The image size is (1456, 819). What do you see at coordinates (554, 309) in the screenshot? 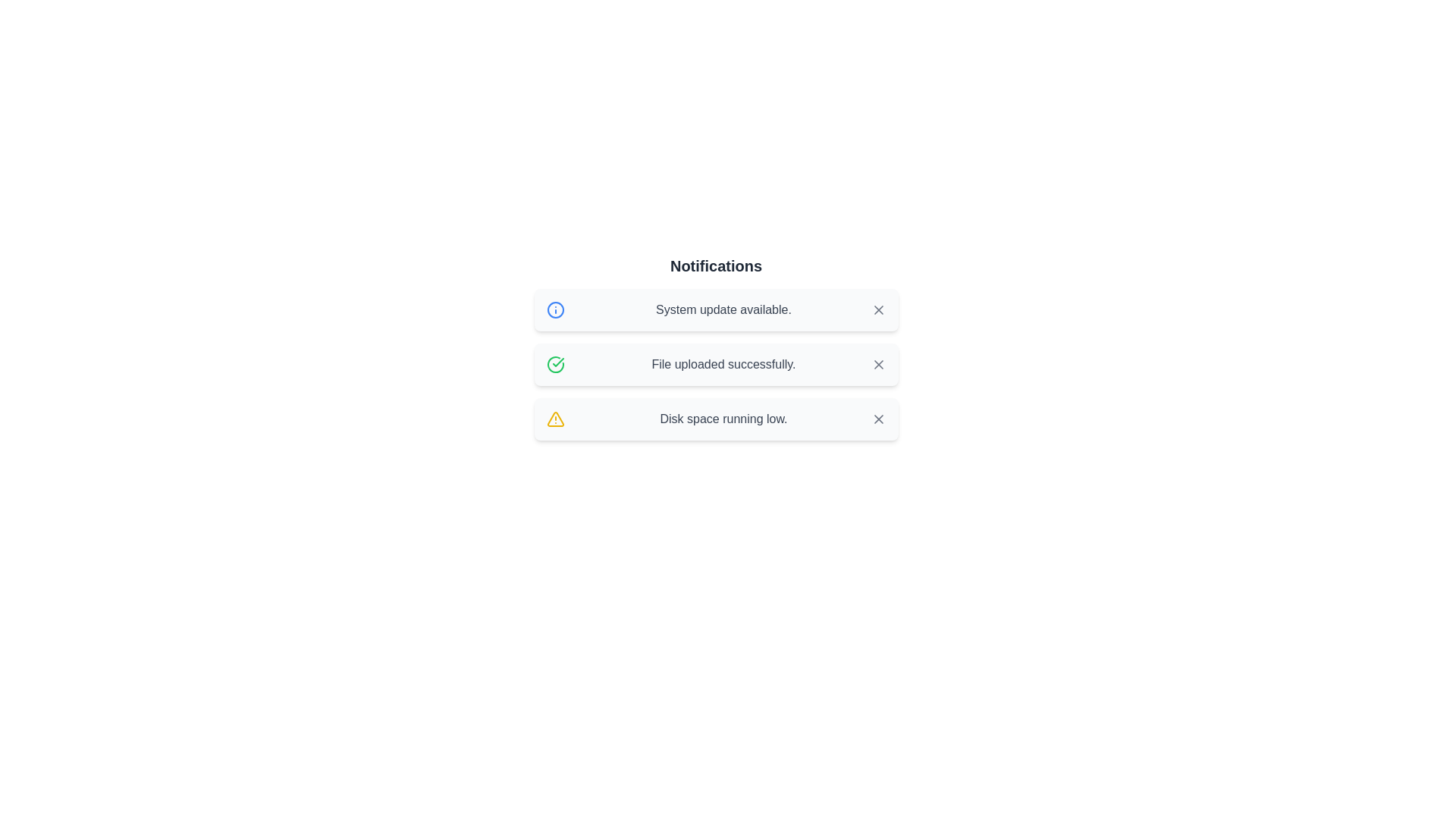
I see `the decorative Circle element within the blue-colored 'info' icon, which indicates notifications related to 'System update available.'` at bounding box center [554, 309].